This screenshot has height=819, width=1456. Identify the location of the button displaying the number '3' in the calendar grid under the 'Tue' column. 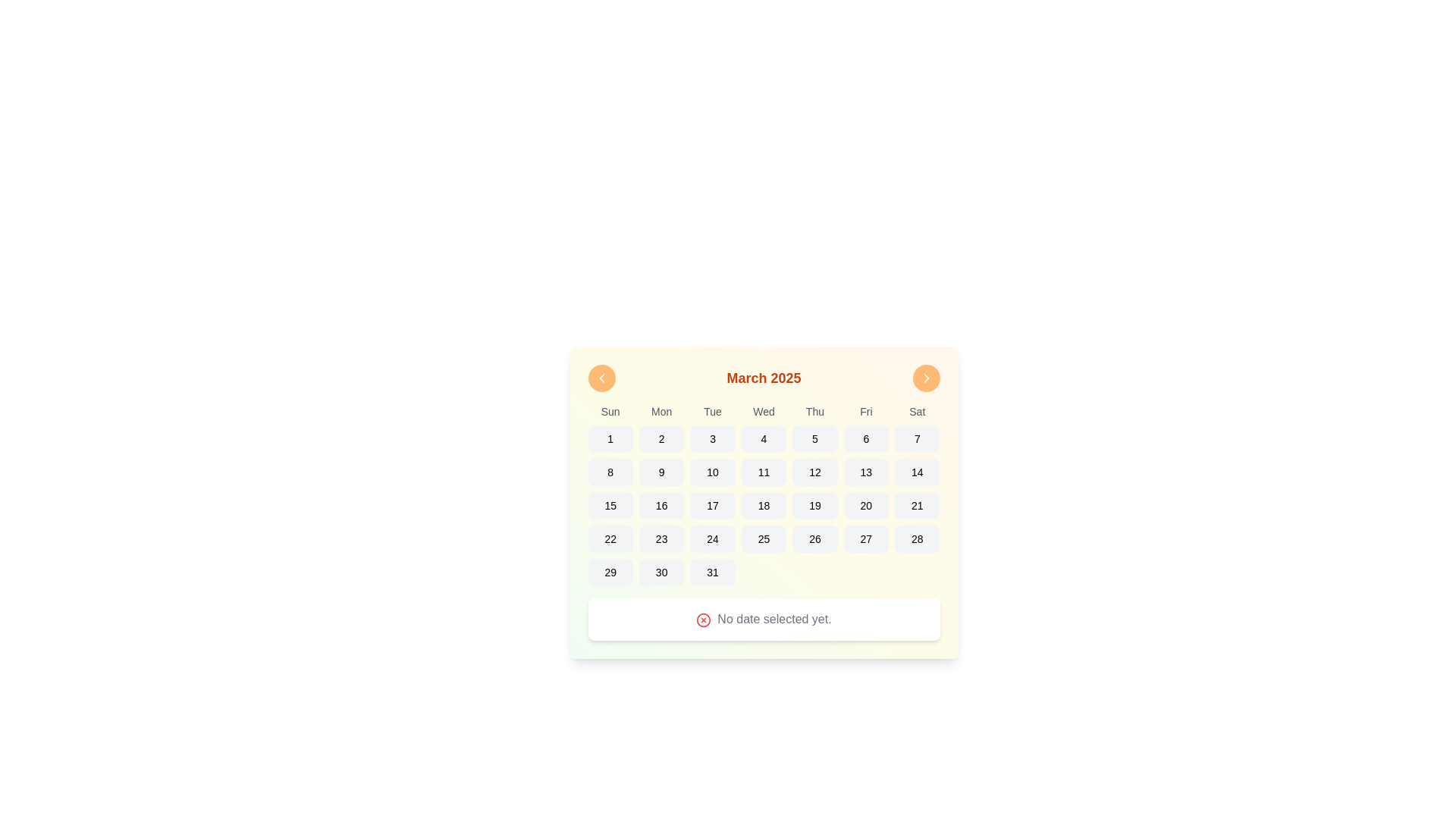
(712, 438).